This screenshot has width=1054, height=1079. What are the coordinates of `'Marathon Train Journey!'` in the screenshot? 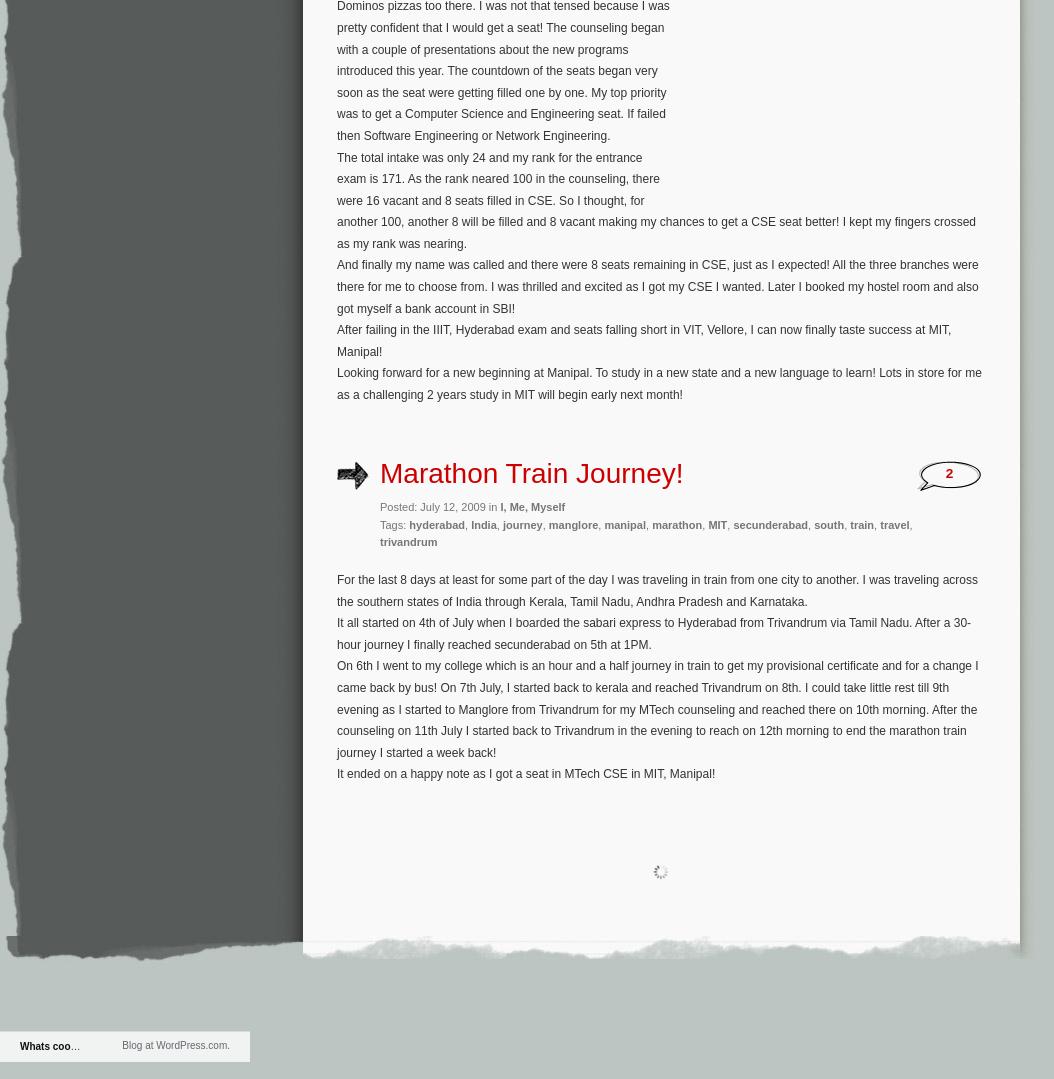 It's located at (531, 472).